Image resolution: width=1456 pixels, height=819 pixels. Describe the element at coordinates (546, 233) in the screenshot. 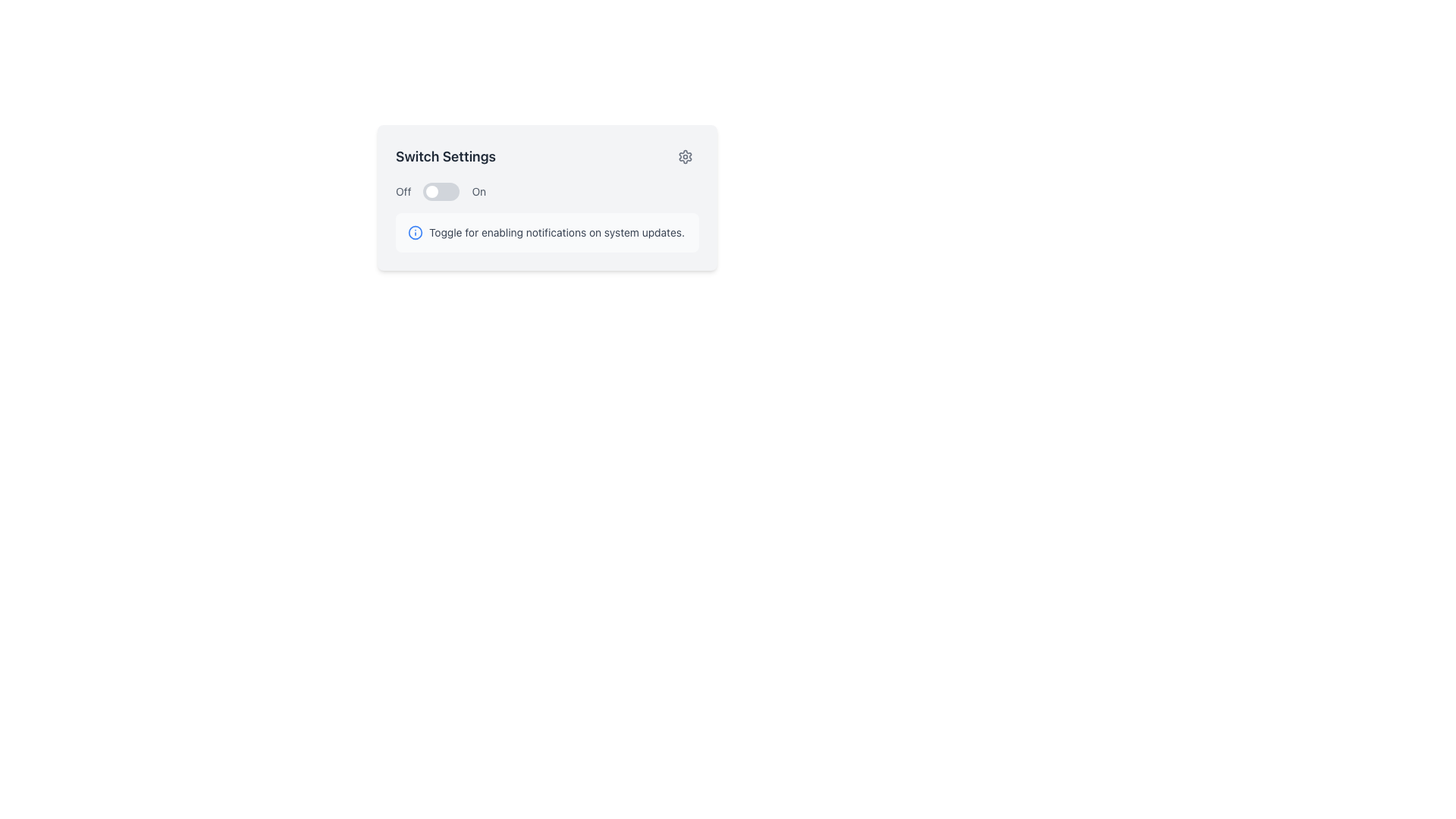

I see `the descriptive text element positioned centrally below the toggle switch group to read its explanation regarding the functionality of the toggle switch` at that location.